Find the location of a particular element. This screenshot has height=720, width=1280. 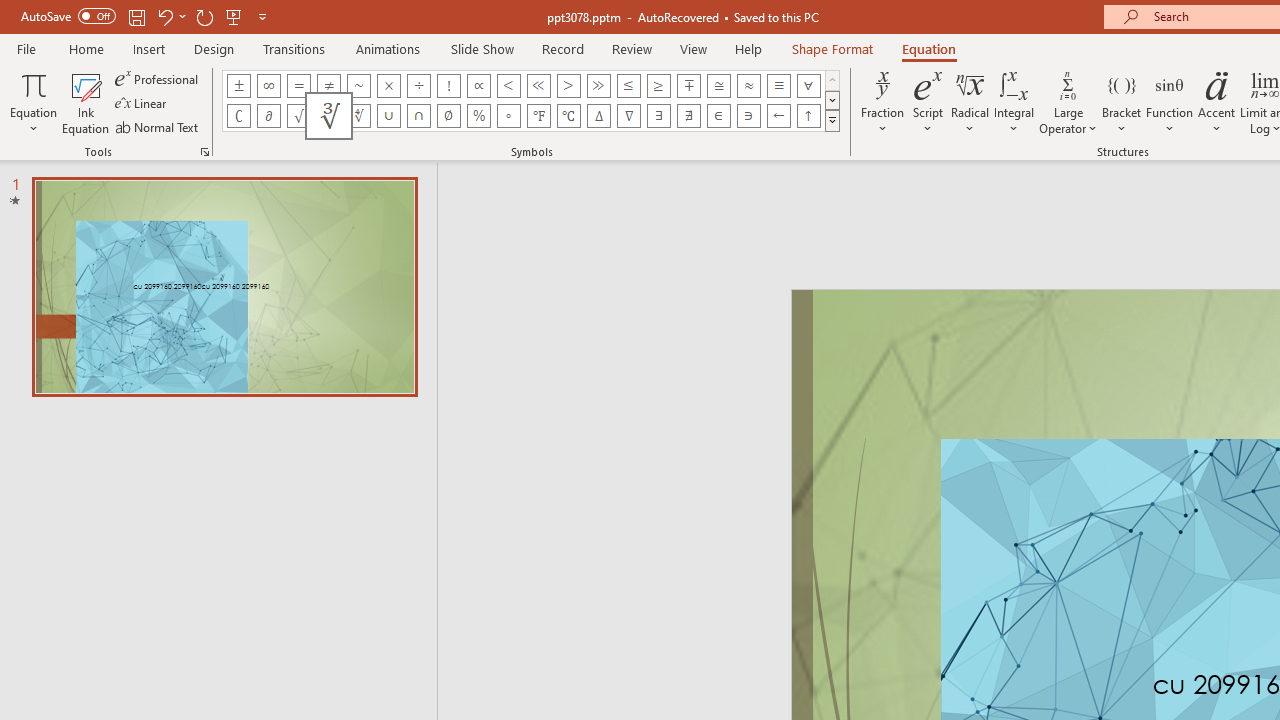

'Linear' is located at coordinates (141, 103).